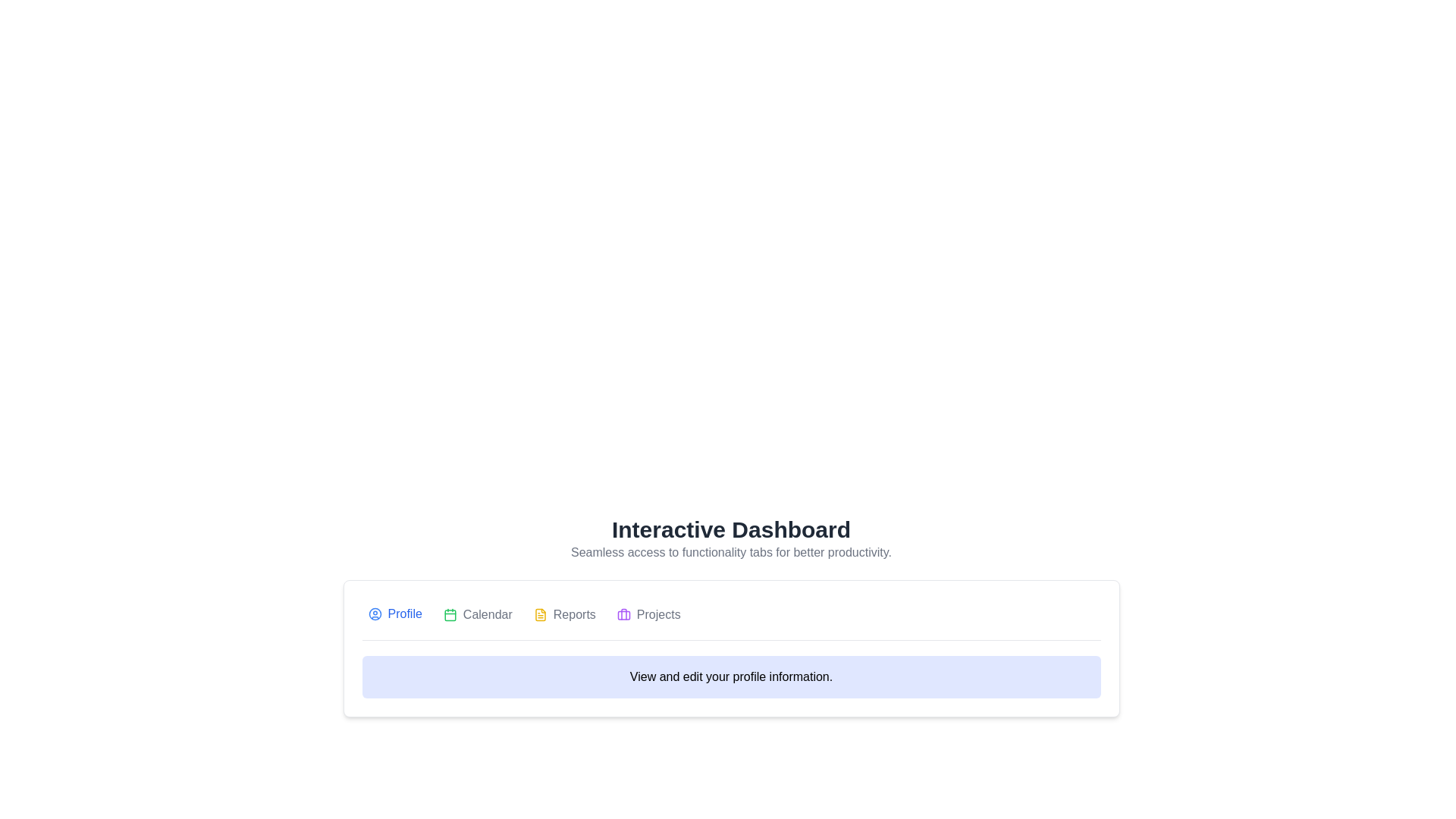 This screenshot has width=1456, height=819. Describe the element at coordinates (731, 548) in the screenshot. I see `the Text Display element which contains the bold title 'Interactive Dashboard' and the subtitle 'Seamless access to functionality tabs for better productivity.'` at that location.